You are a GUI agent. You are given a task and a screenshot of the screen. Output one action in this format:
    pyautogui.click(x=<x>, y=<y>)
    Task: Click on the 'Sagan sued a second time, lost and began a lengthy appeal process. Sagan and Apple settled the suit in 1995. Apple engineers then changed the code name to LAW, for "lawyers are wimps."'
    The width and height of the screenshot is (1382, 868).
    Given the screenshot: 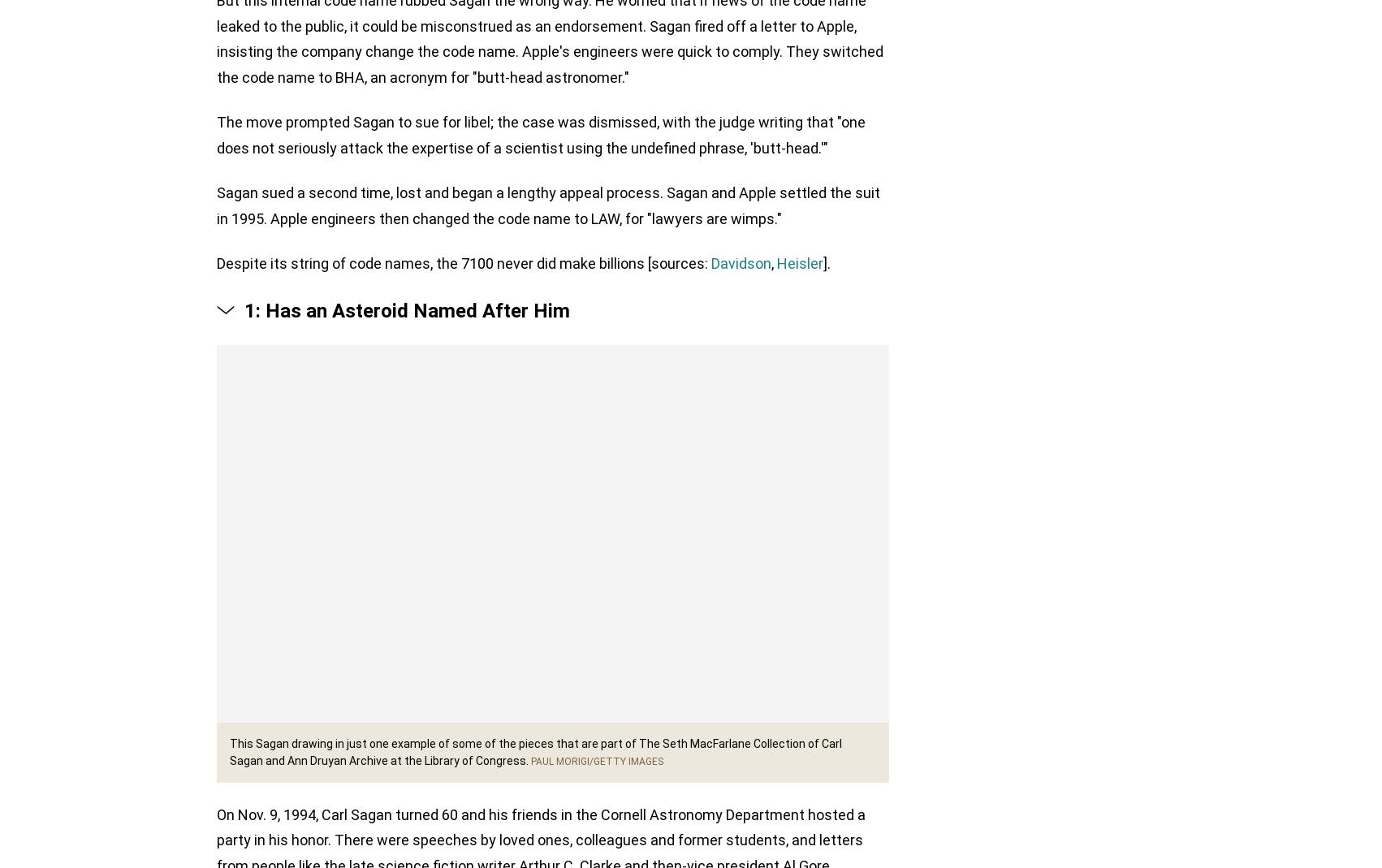 What is the action you would take?
    pyautogui.click(x=548, y=207)
    